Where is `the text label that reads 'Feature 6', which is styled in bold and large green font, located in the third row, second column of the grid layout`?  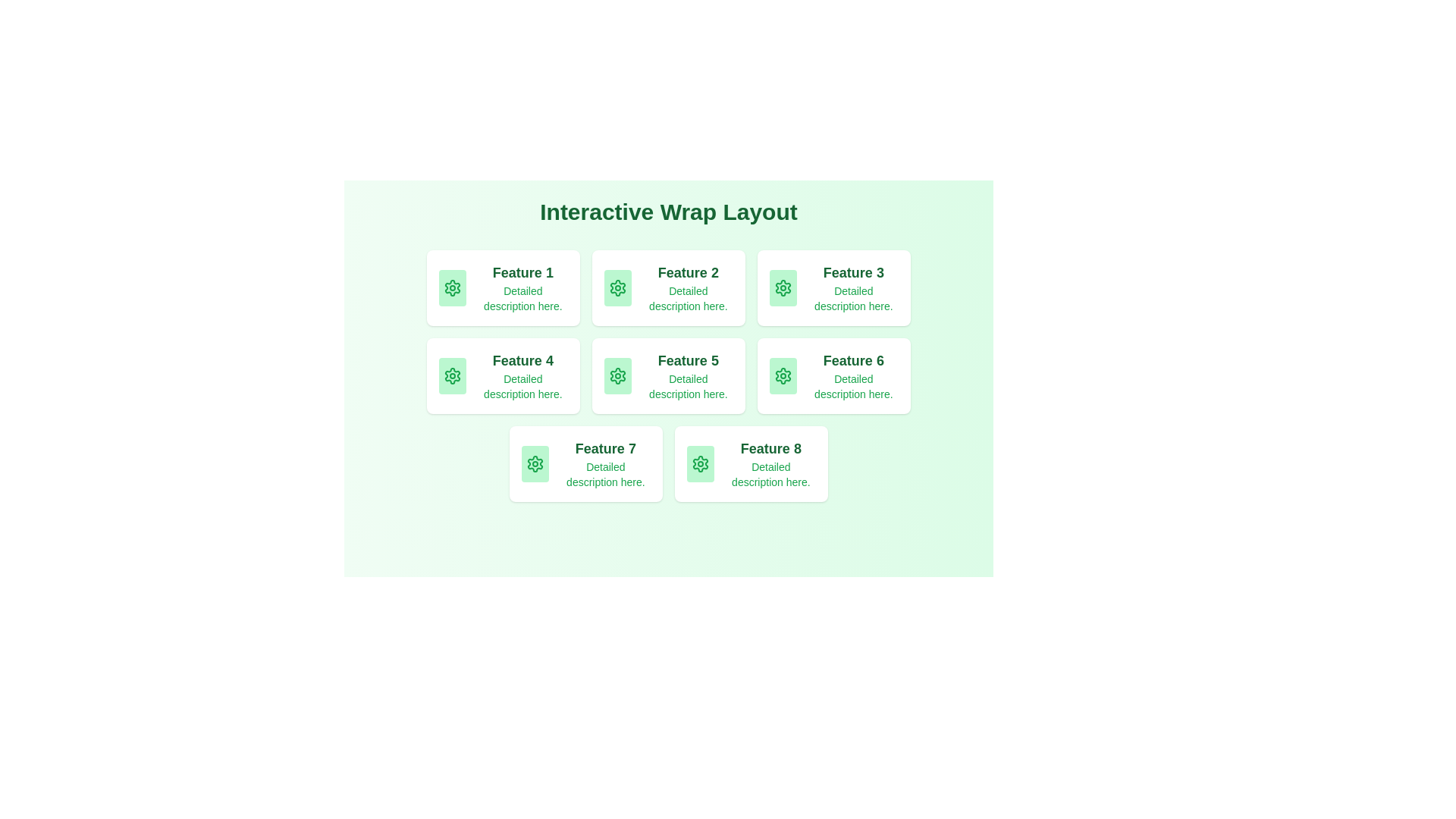
the text label that reads 'Feature 6', which is styled in bold and large green font, located in the third row, second column of the grid layout is located at coordinates (853, 360).